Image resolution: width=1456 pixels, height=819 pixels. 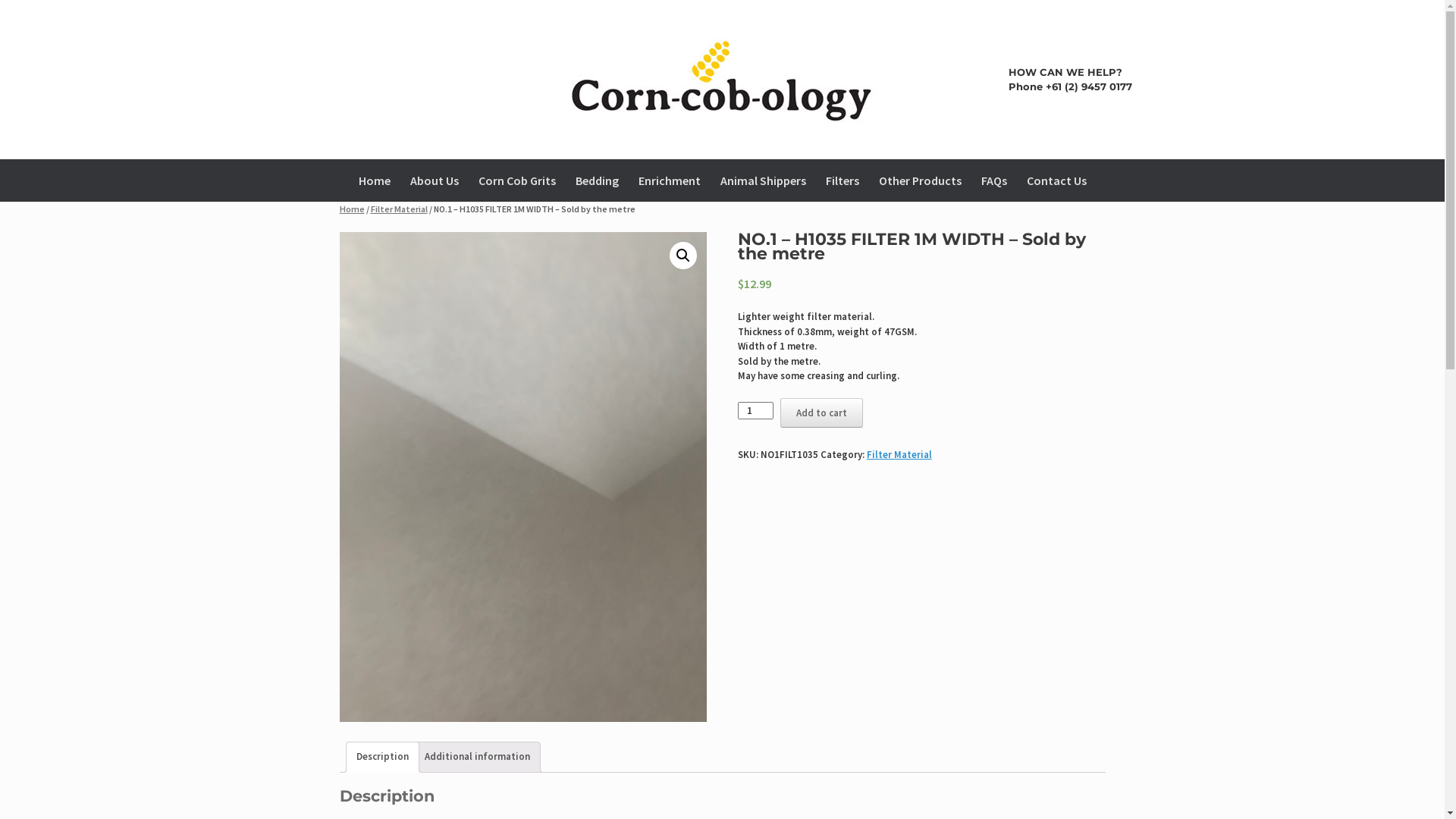 What do you see at coordinates (596, 180) in the screenshot?
I see `'Bedding'` at bounding box center [596, 180].